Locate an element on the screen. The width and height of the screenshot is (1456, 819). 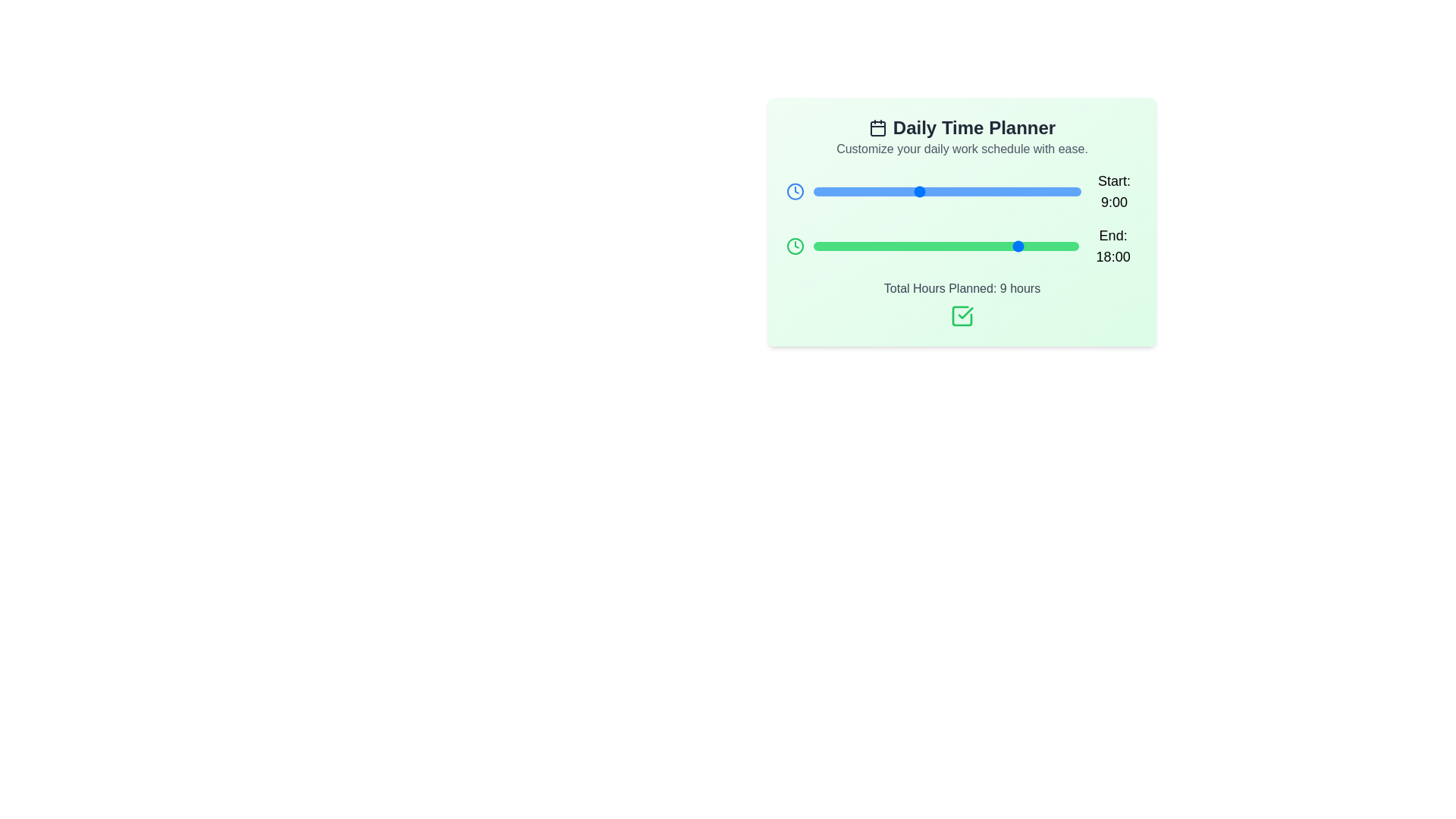
the 'Start' slider to set the start time to 14 is located at coordinates (976, 191).